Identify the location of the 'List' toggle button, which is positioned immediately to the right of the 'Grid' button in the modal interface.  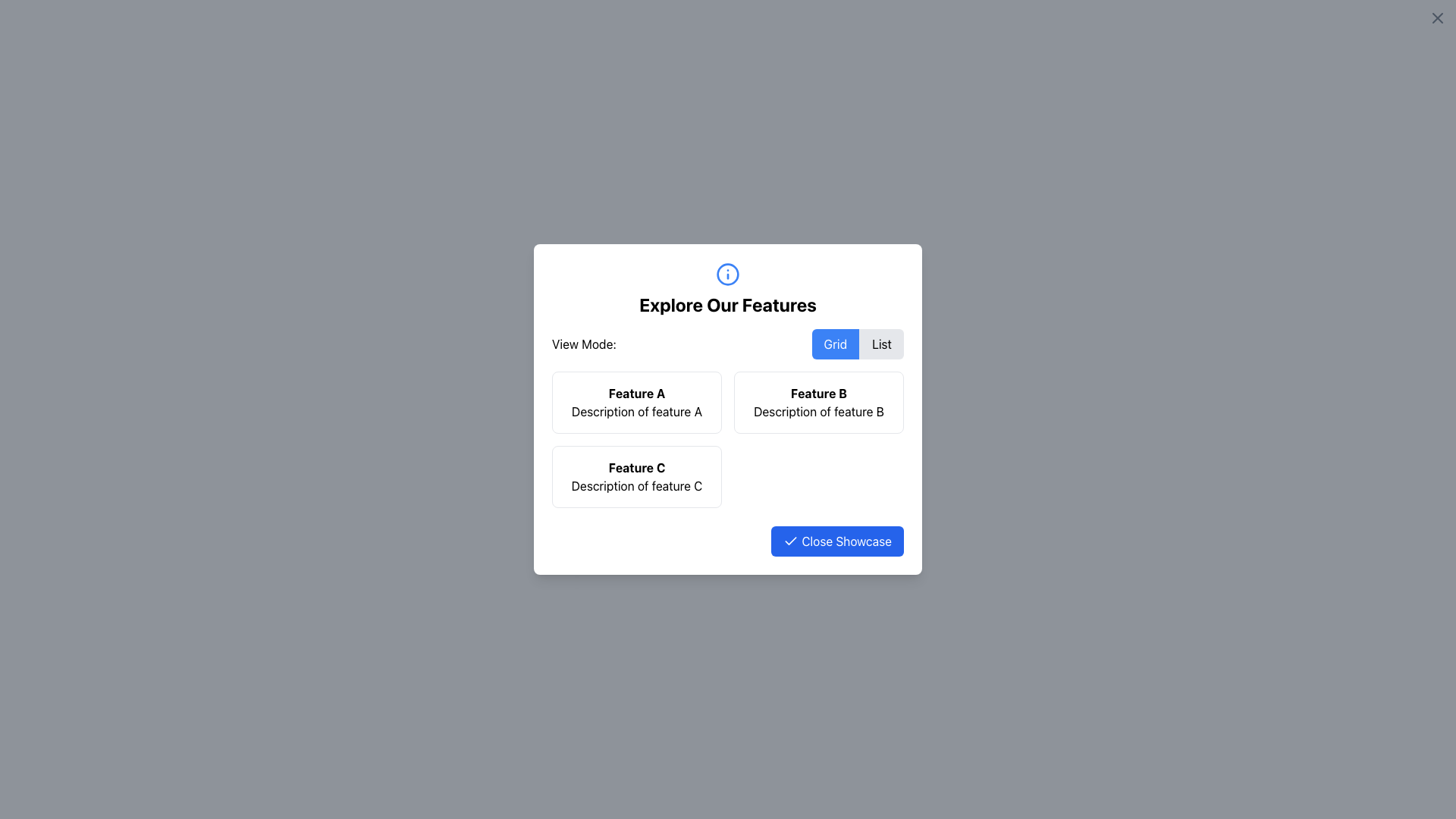
(882, 344).